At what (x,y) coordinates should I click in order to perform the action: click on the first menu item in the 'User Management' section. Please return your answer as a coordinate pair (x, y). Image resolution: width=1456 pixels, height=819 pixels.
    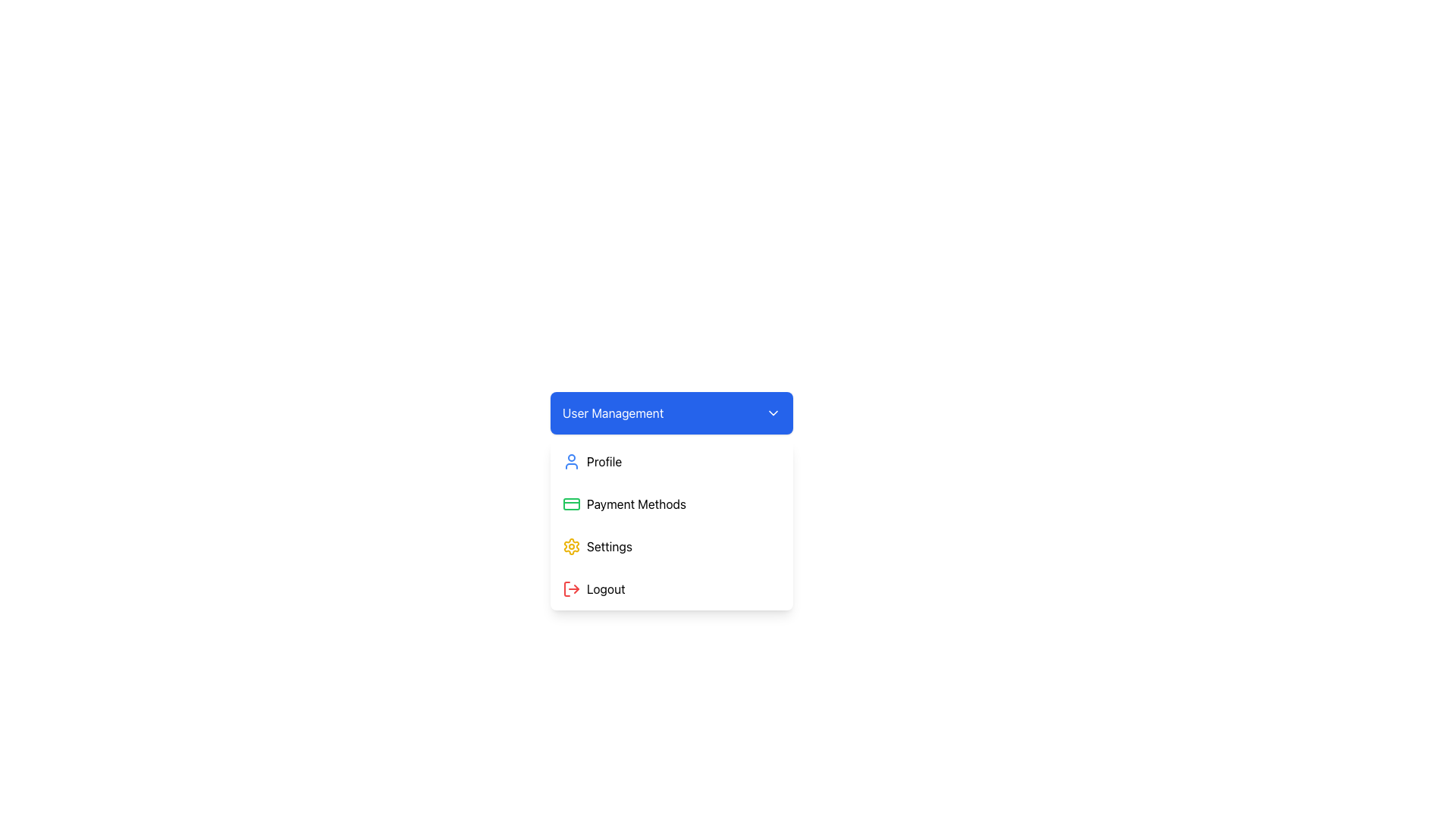
    Looking at the image, I should click on (671, 461).